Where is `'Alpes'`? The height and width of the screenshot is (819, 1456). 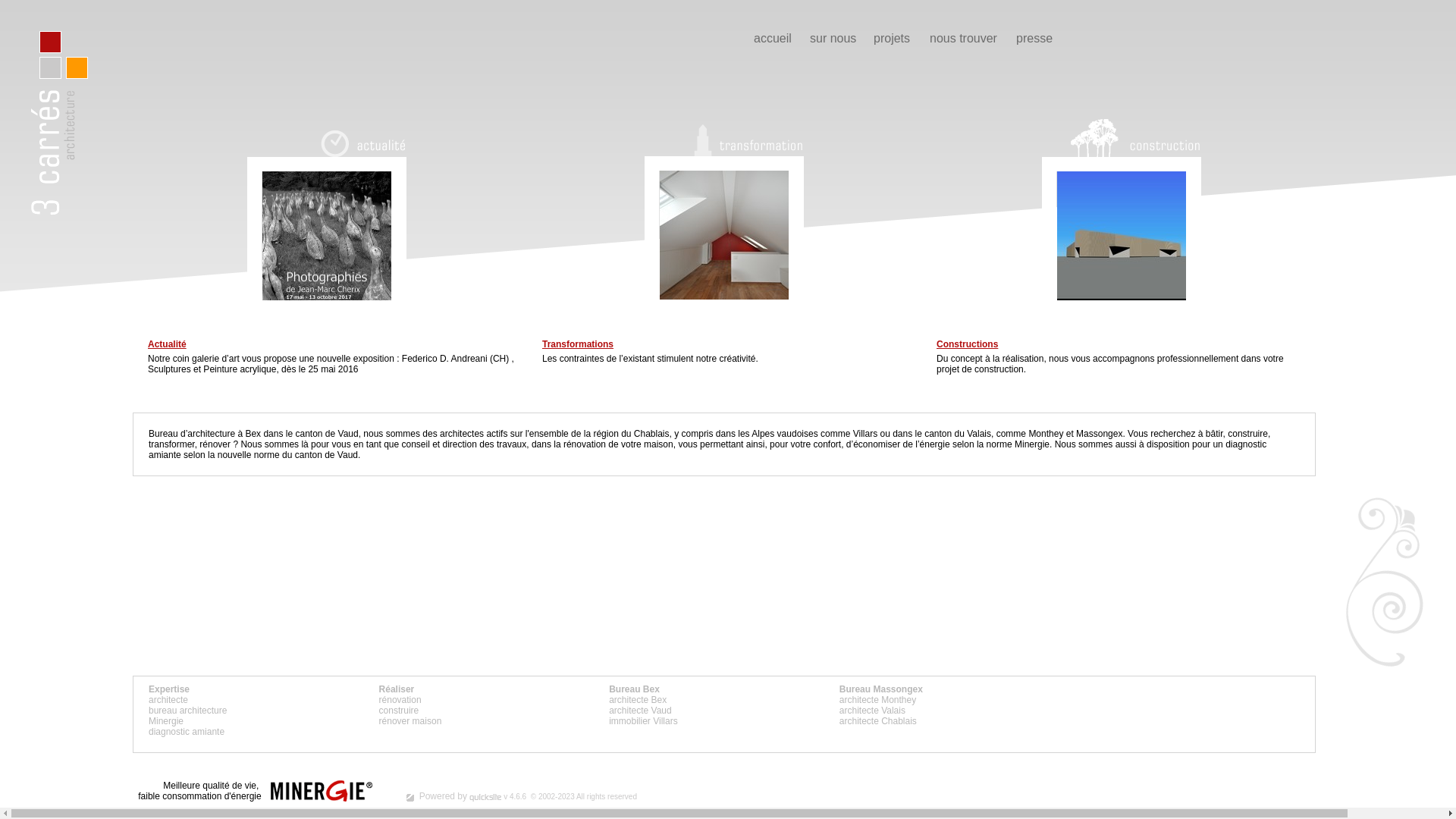 'Alpes' is located at coordinates (763, 433).